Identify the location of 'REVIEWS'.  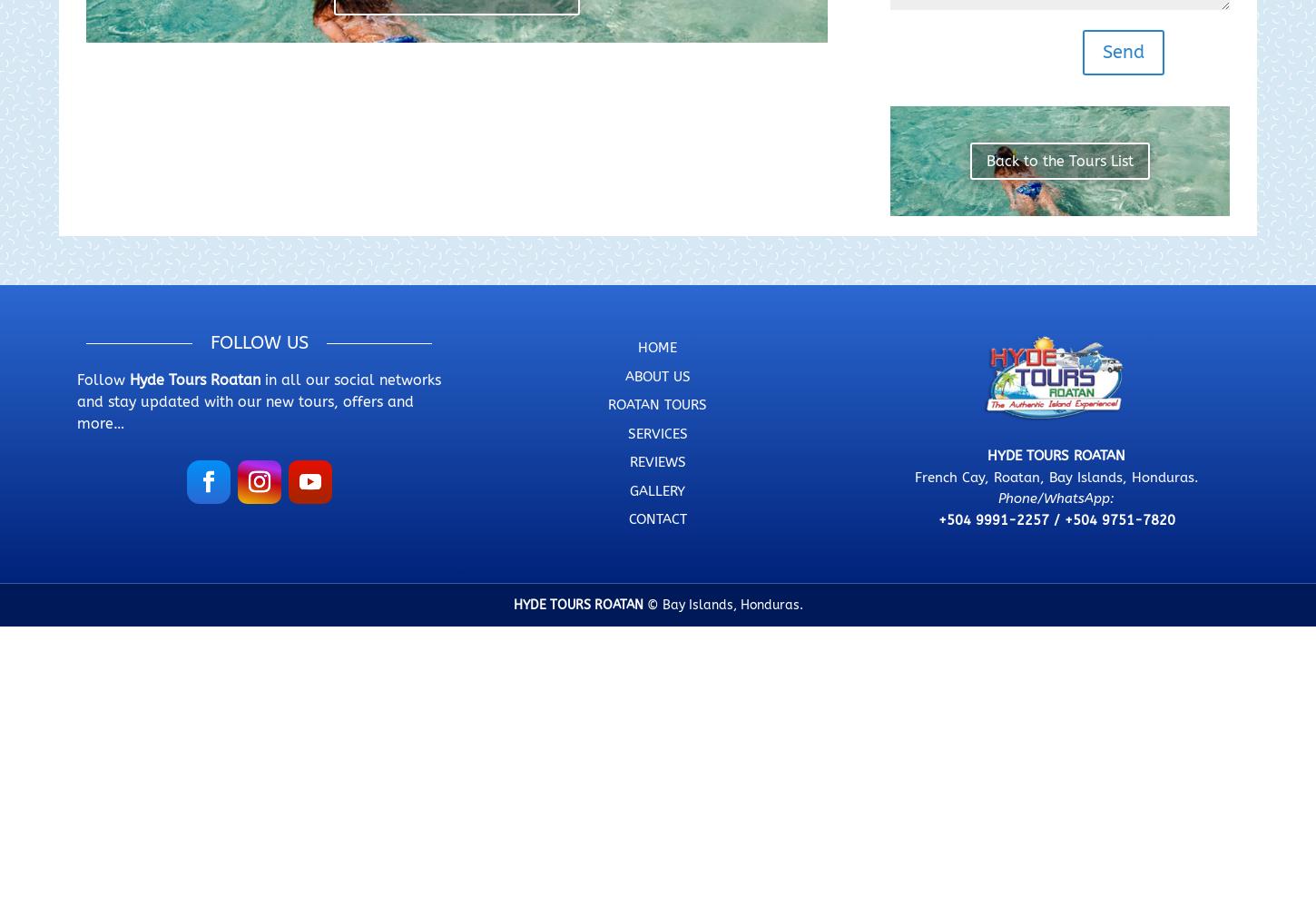
(655, 462).